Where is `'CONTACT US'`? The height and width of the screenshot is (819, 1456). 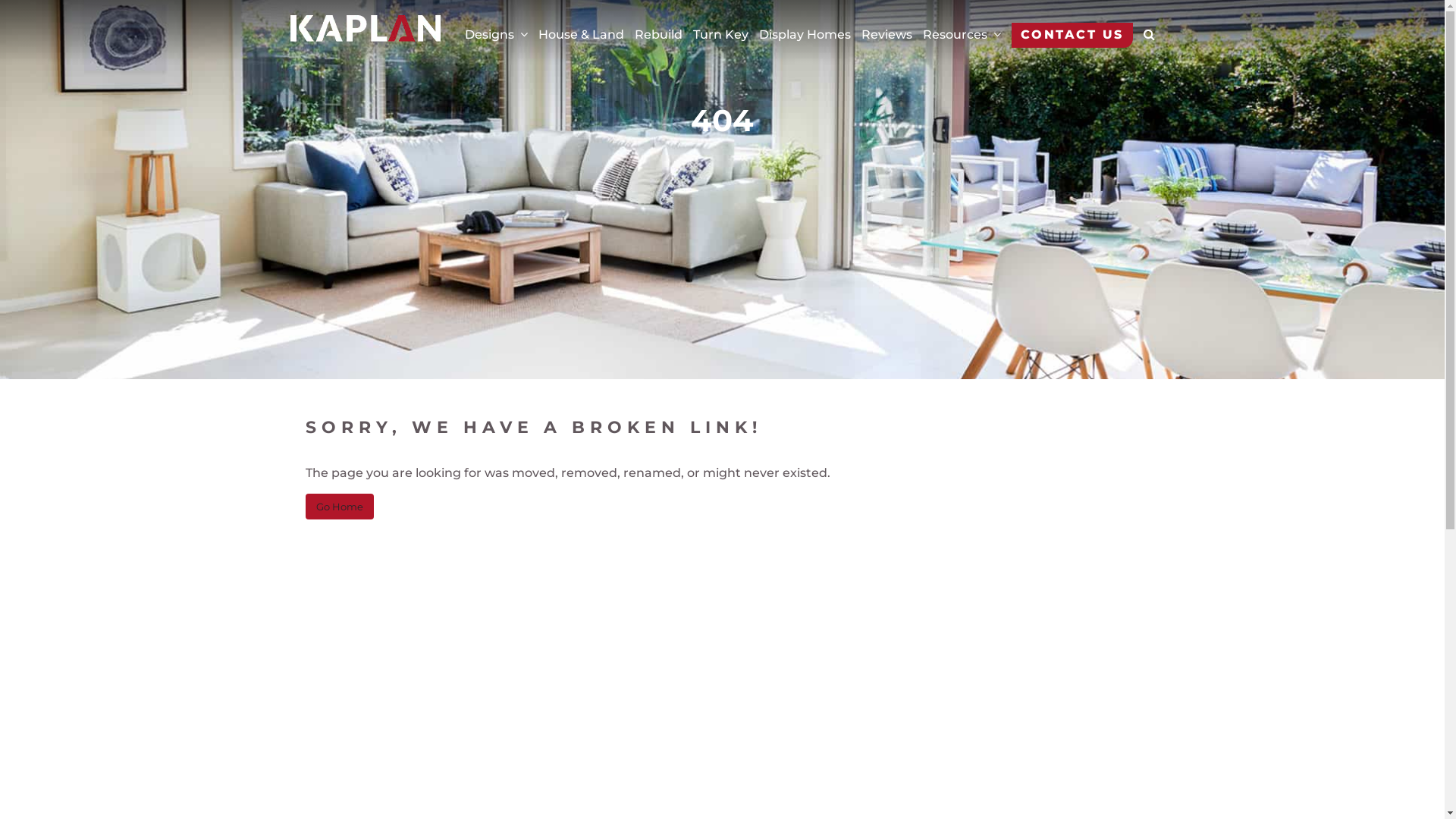 'CONTACT US' is located at coordinates (1072, 34).